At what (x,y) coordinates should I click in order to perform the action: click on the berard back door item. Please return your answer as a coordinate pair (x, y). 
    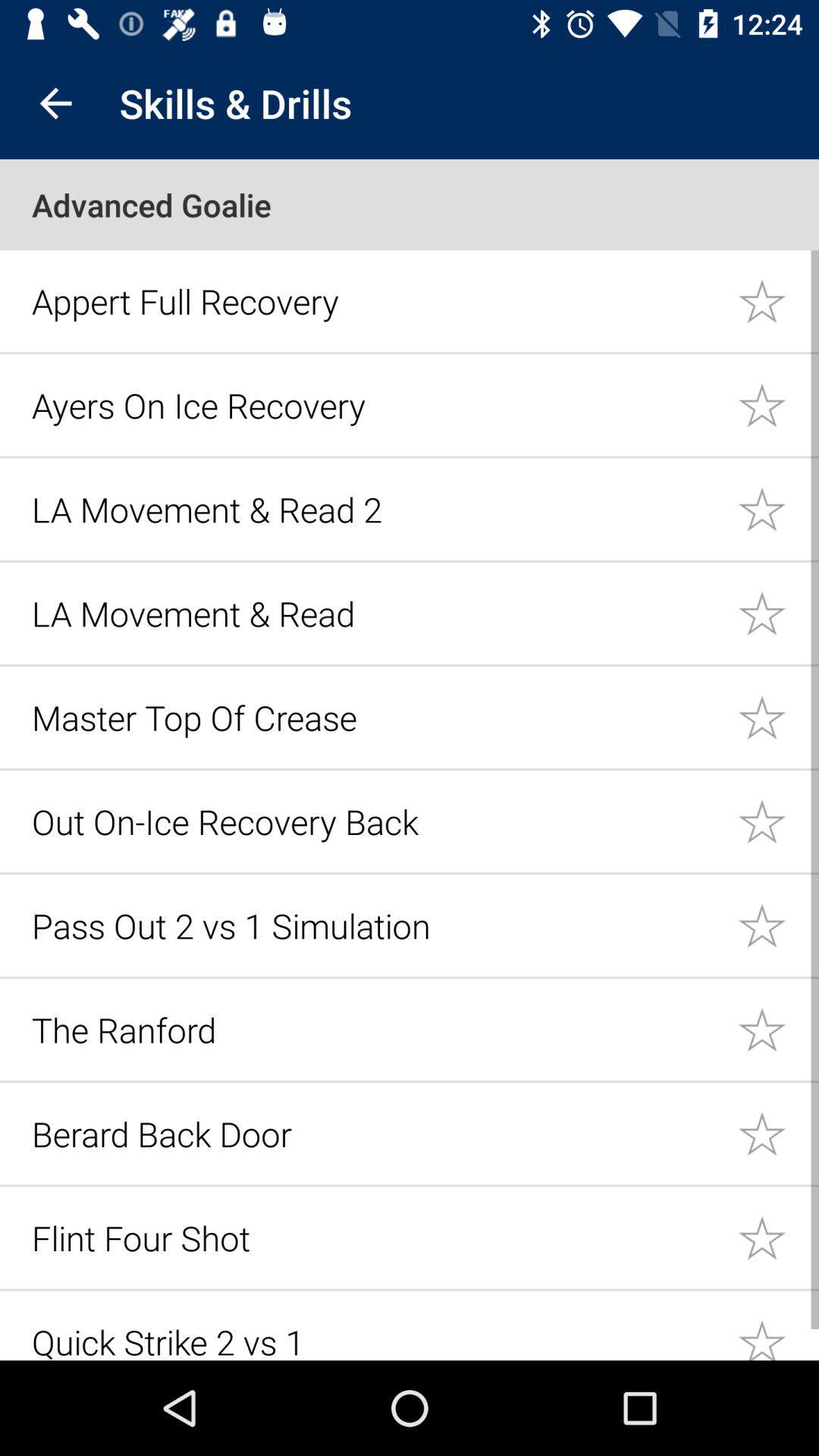
    Looking at the image, I should click on (375, 1134).